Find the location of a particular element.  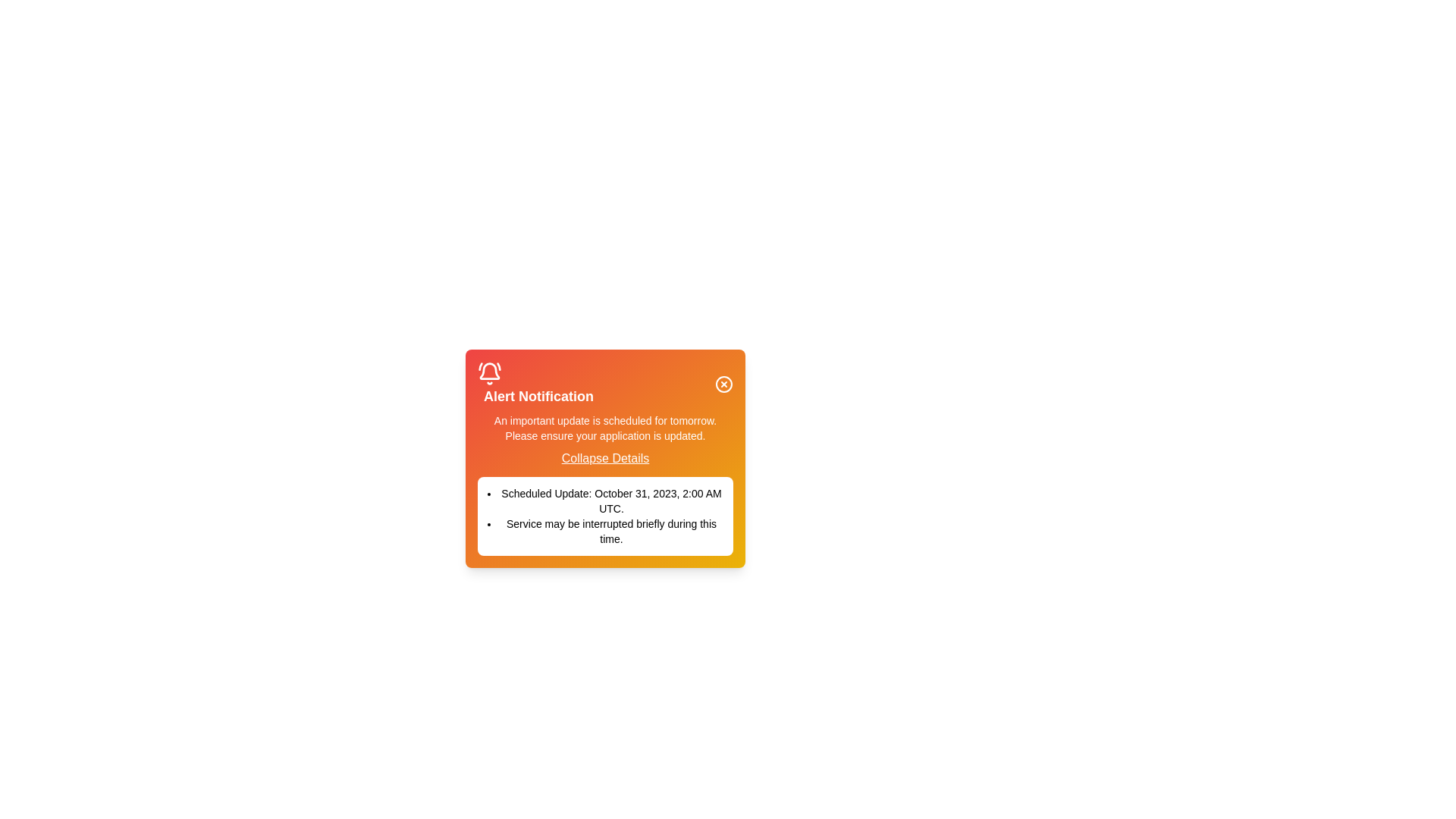

the list item Scheduled Update: October 31, 2023, 2:00 AM UTC. to inspect its details is located at coordinates (604, 500).